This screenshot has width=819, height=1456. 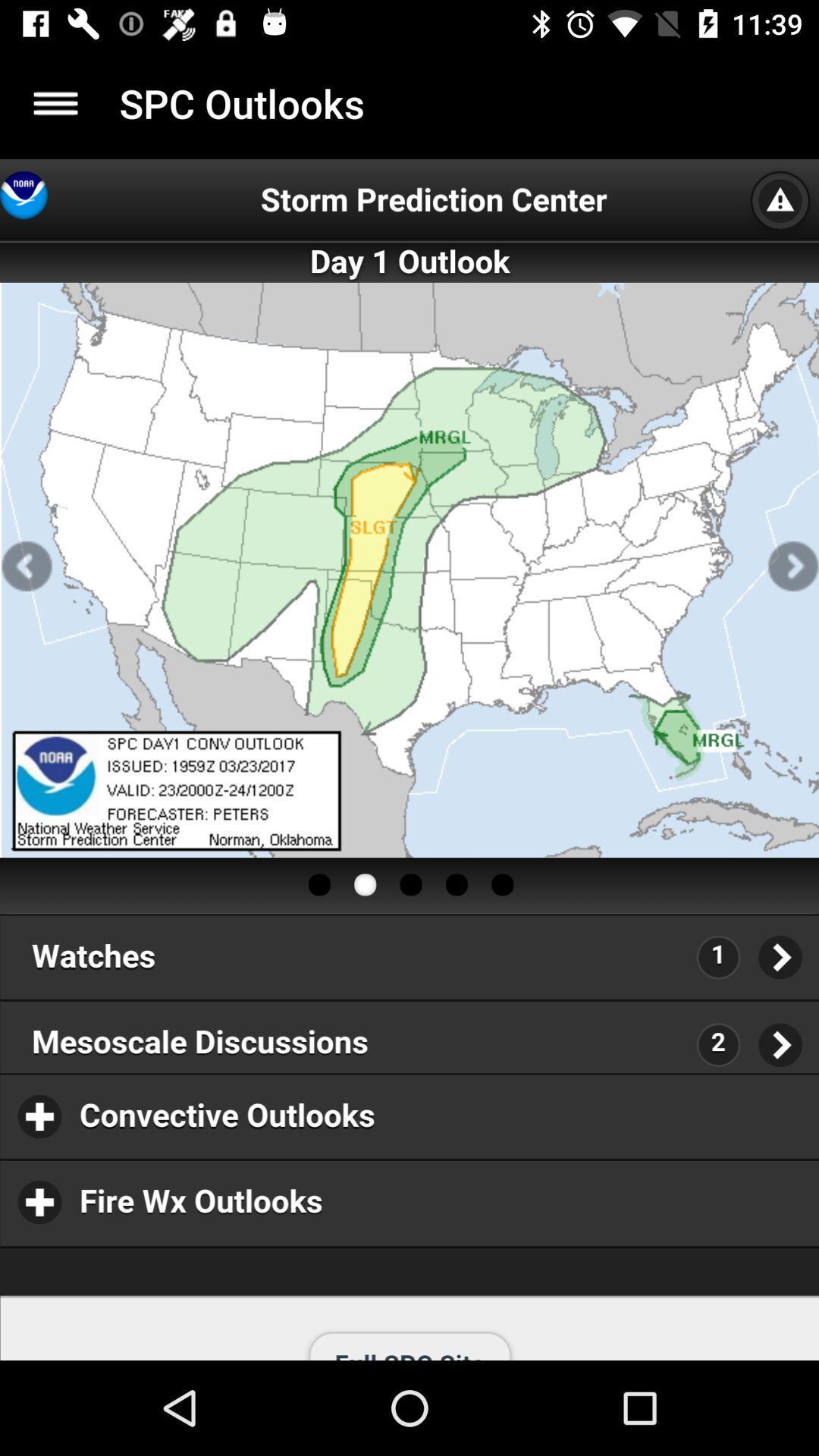 What do you see at coordinates (55, 102) in the screenshot?
I see `options` at bounding box center [55, 102].